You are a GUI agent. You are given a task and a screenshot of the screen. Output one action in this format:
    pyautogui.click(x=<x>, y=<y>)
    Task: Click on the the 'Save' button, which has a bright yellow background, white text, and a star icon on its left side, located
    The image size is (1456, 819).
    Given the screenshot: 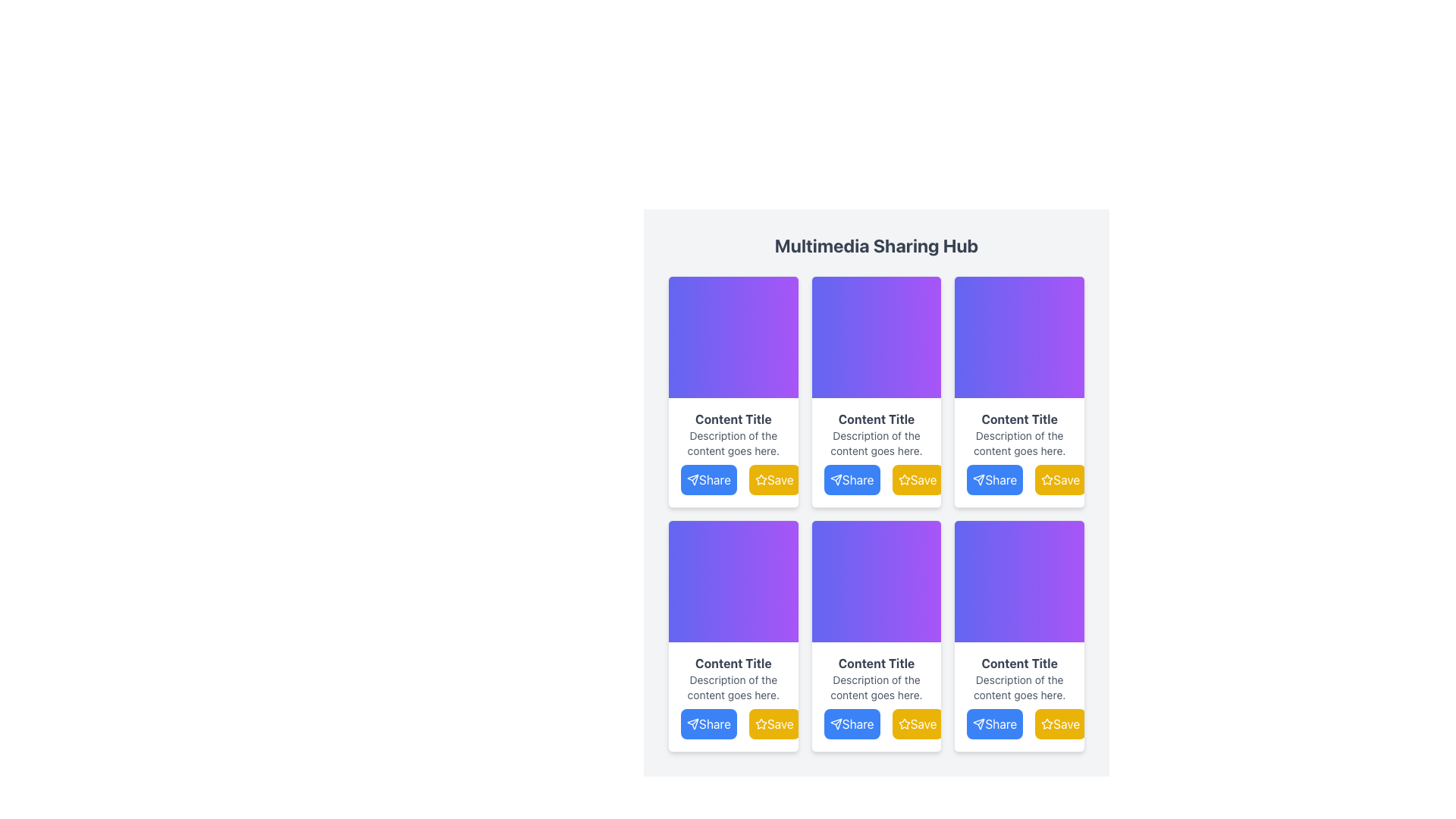 What is the action you would take?
    pyautogui.click(x=1059, y=479)
    